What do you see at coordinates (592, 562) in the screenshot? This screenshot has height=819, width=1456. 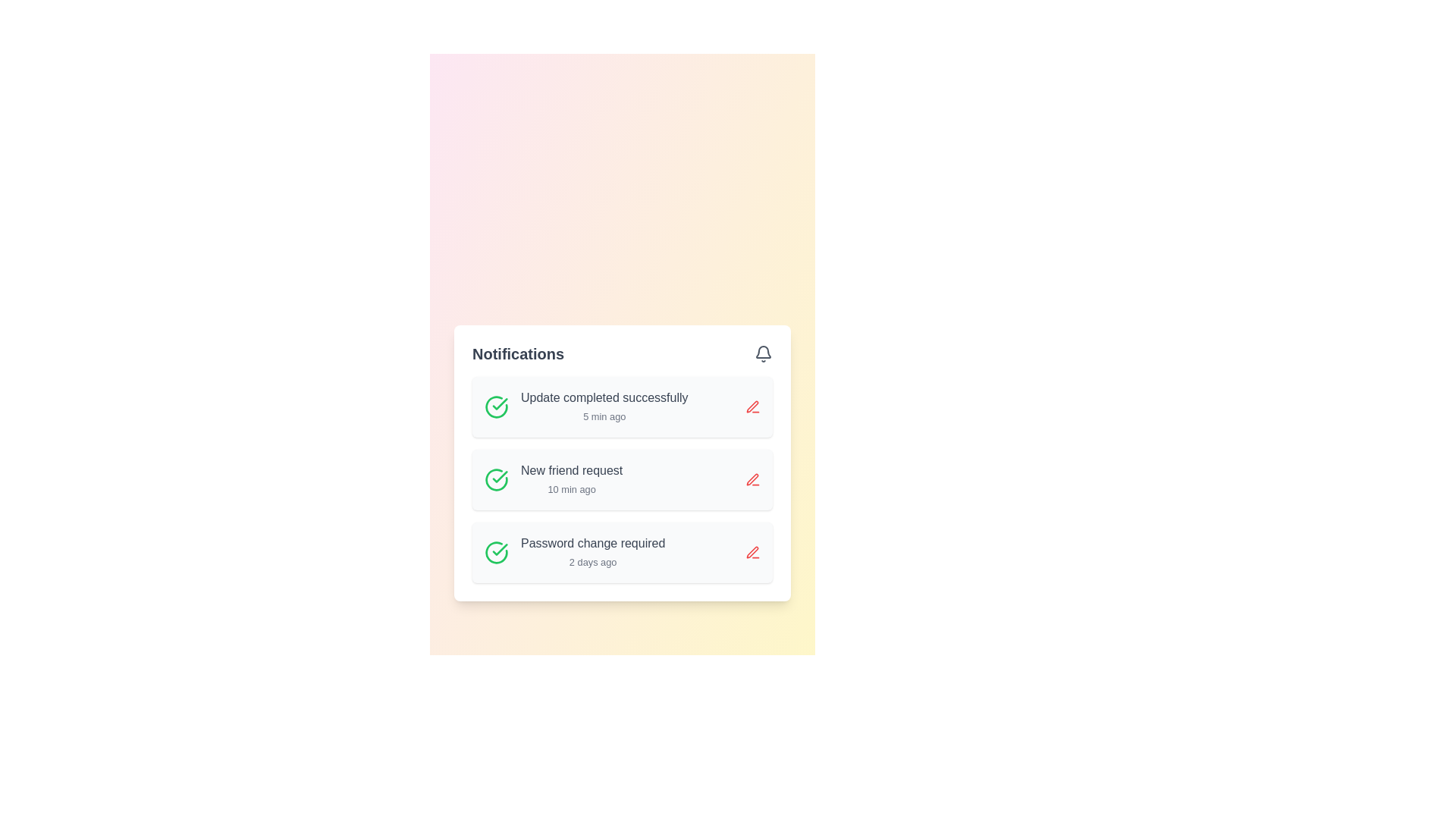 I see `the text label that reads '2 days ago', which is styled with a gray font and located below the main label in the 'Password change required' notification entry` at bounding box center [592, 562].